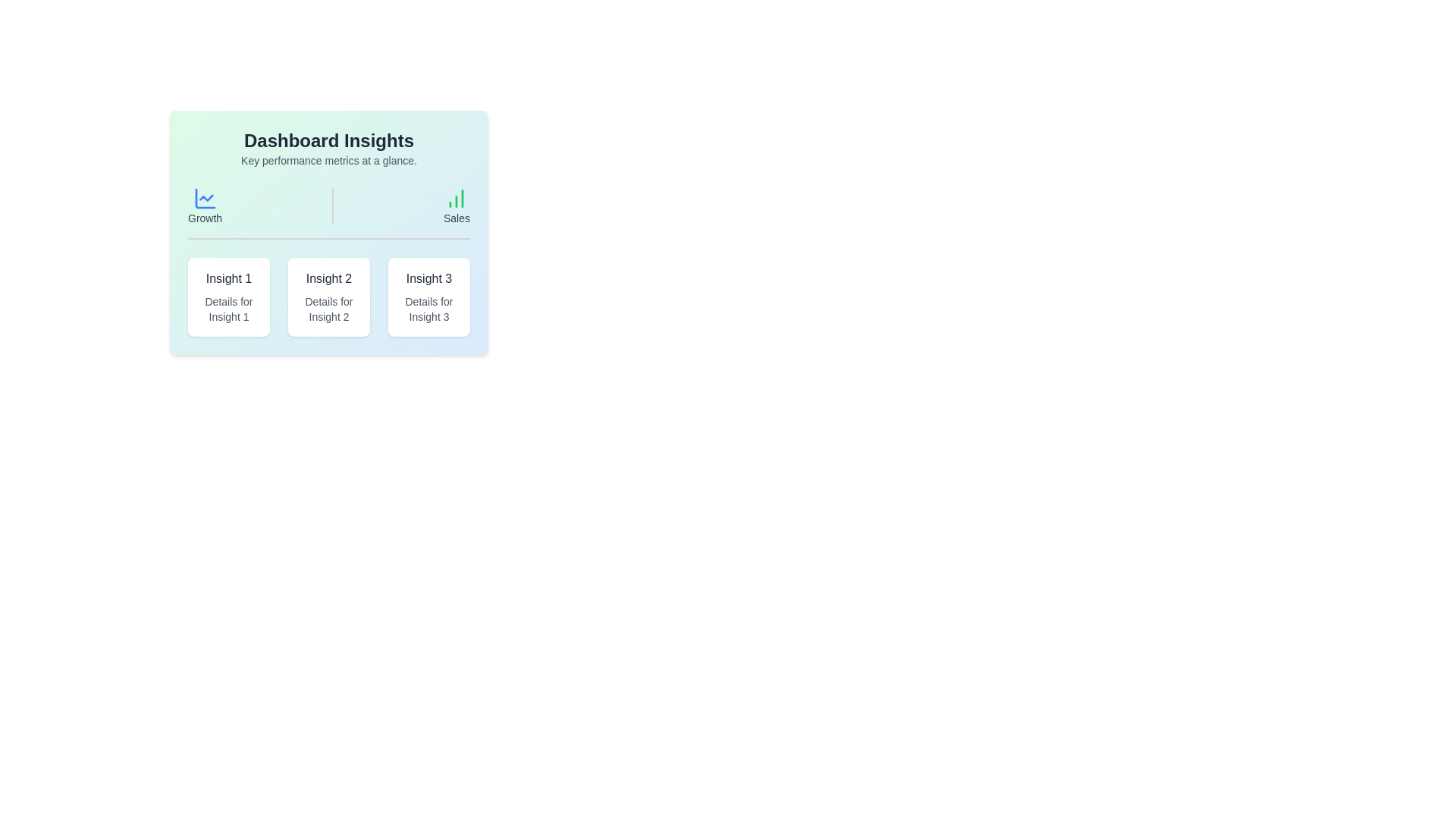 The height and width of the screenshot is (819, 1456). What do you see at coordinates (328, 278) in the screenshot?
I see `the static text label 'Insight 2' located in the middle card of the Dashboard Insights section, positioned between 'Insight 1' and 'Insight 3'` at bounding box center [328, 278].